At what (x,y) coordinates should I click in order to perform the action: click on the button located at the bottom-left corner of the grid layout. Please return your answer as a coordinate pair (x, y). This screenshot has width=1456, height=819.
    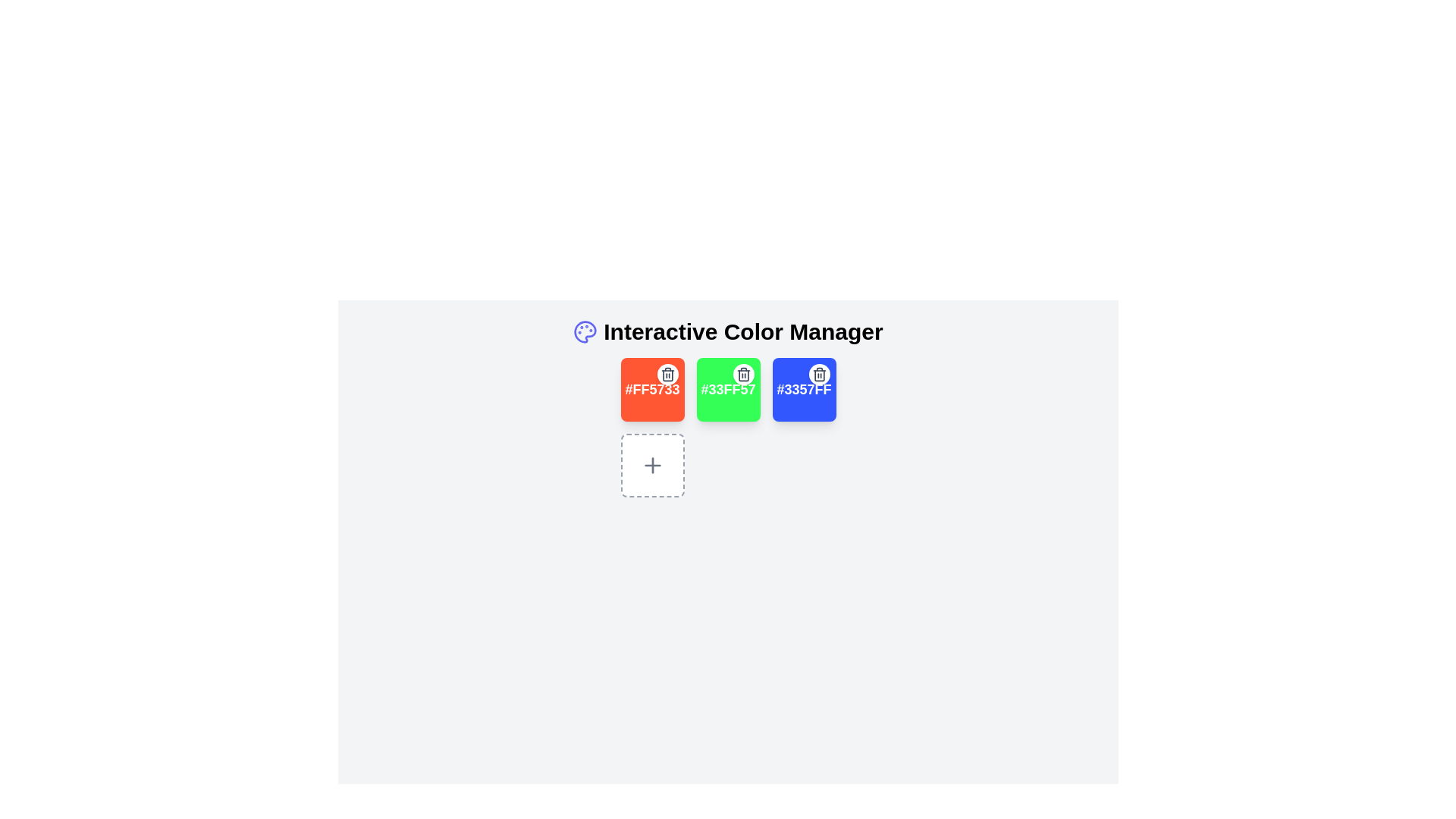
    Looking at the image, I should click on (652, 464).